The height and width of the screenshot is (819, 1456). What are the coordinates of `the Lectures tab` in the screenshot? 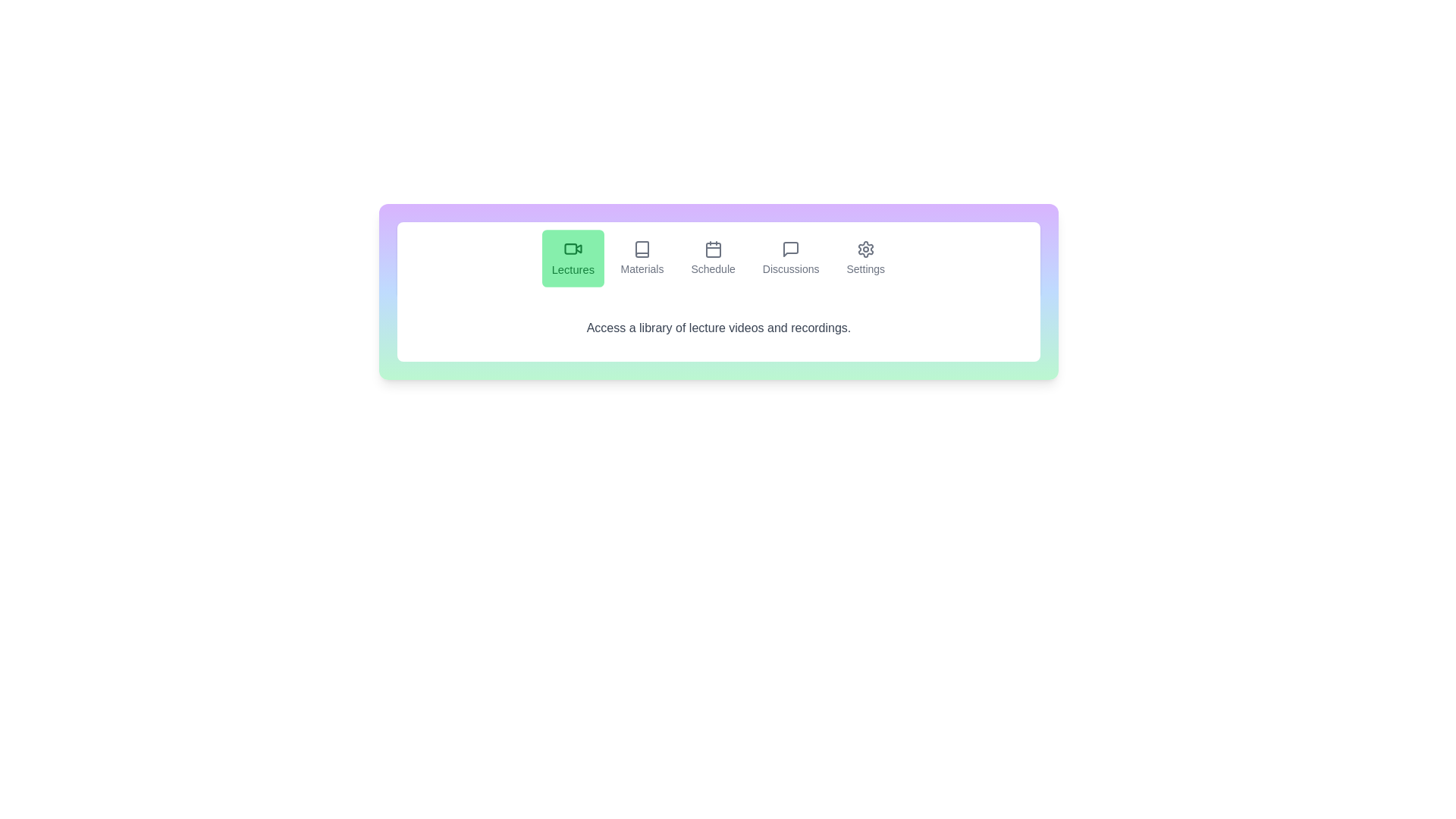 It's located at (572, 257).